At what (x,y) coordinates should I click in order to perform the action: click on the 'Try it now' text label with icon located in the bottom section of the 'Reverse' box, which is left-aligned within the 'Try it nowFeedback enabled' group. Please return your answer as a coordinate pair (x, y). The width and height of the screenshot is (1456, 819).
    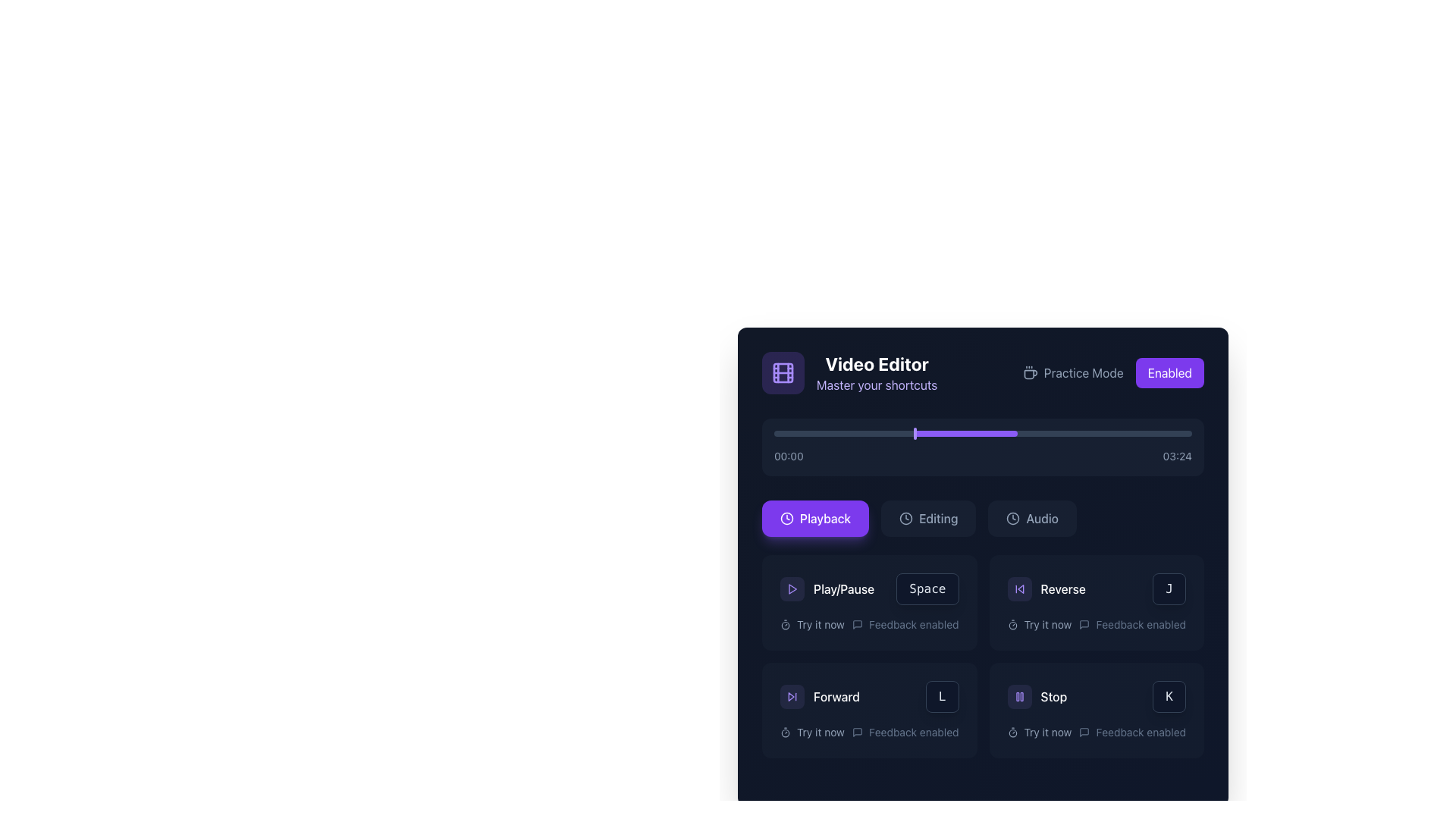
    Looking at the image, I should click on (1038, 625).